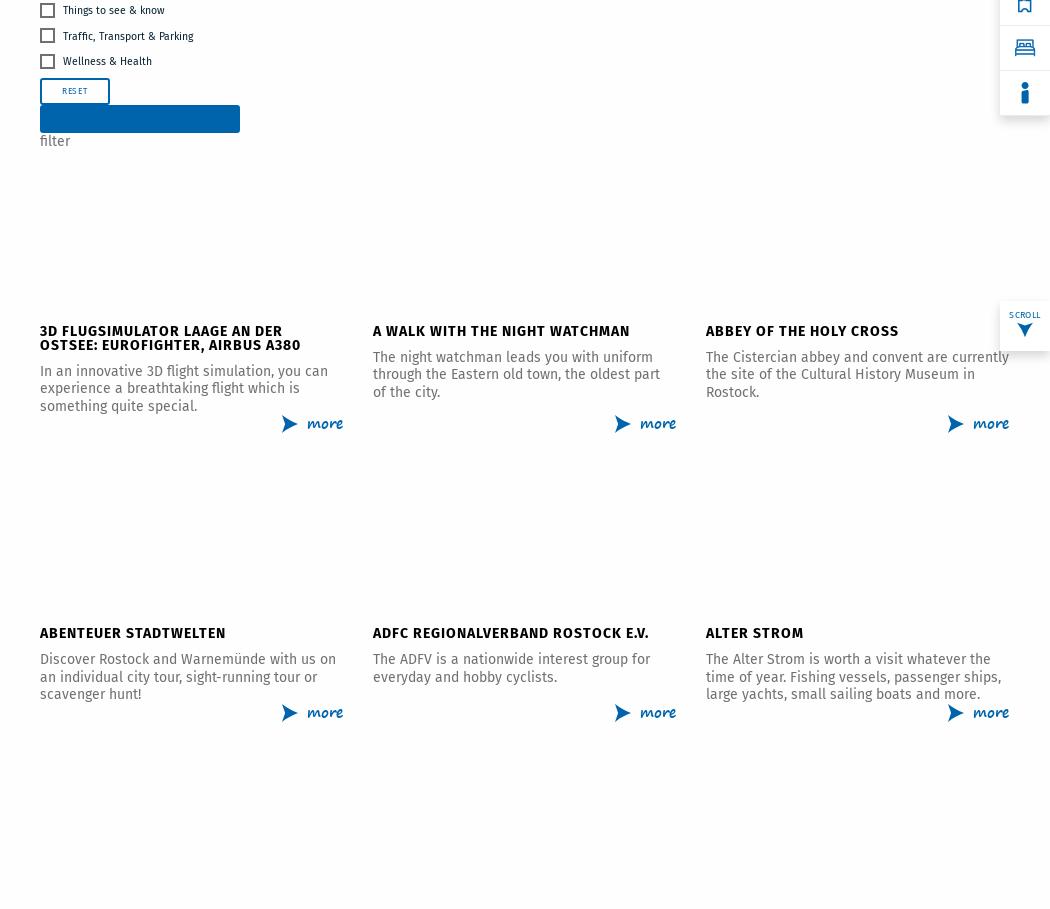 This screenshot has width=1050, height=909. I want to click on '3D Flugsimulator Laage an der Ostsee: Eurofighter, Airbus A380', so click(170, 337).